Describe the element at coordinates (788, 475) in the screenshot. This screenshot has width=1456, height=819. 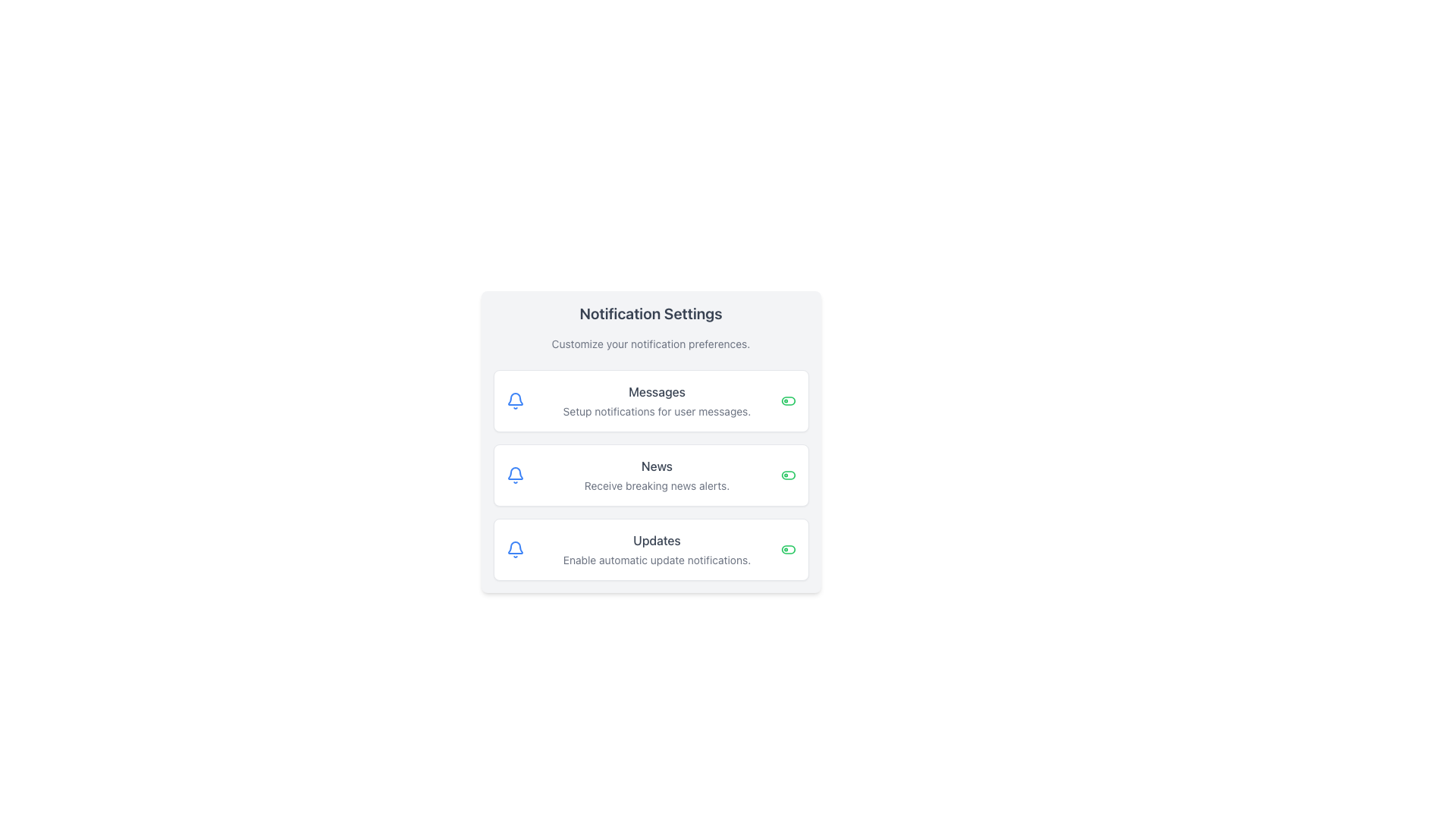
I see `the toggle switch in the 'News' section of the notification settings interface` at that location.